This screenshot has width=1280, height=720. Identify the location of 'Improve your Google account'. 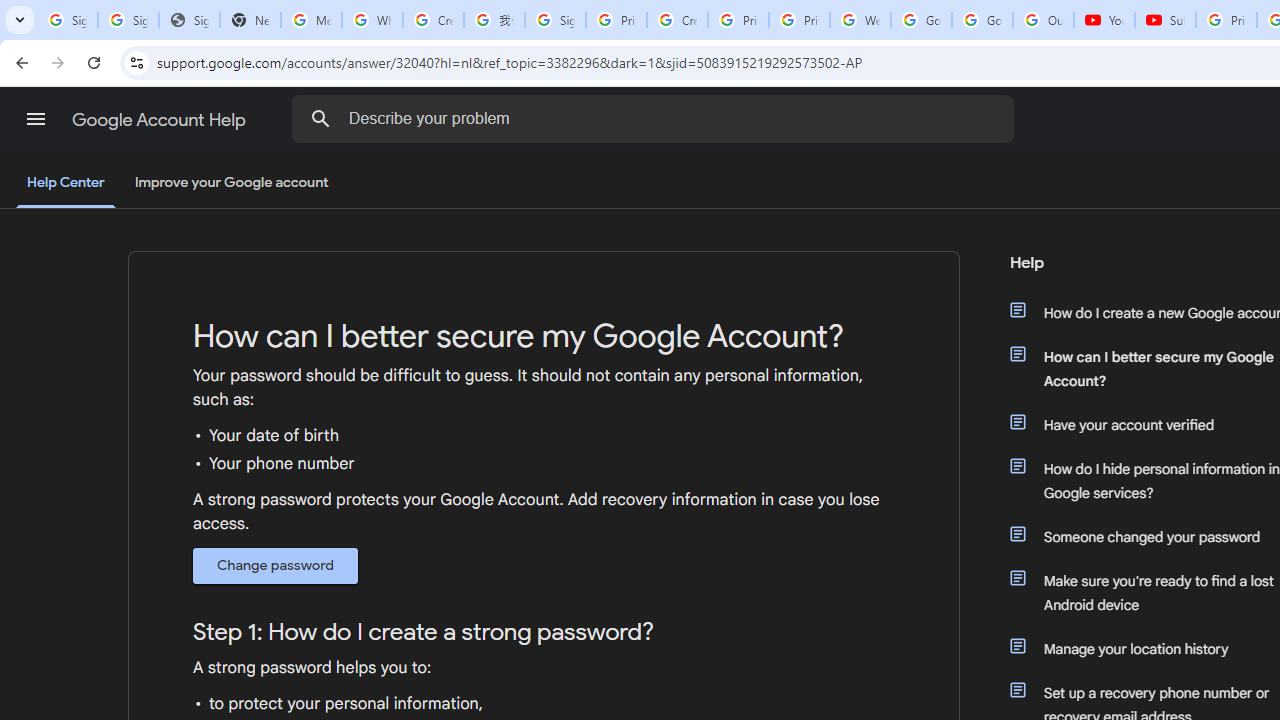
(231, 183).